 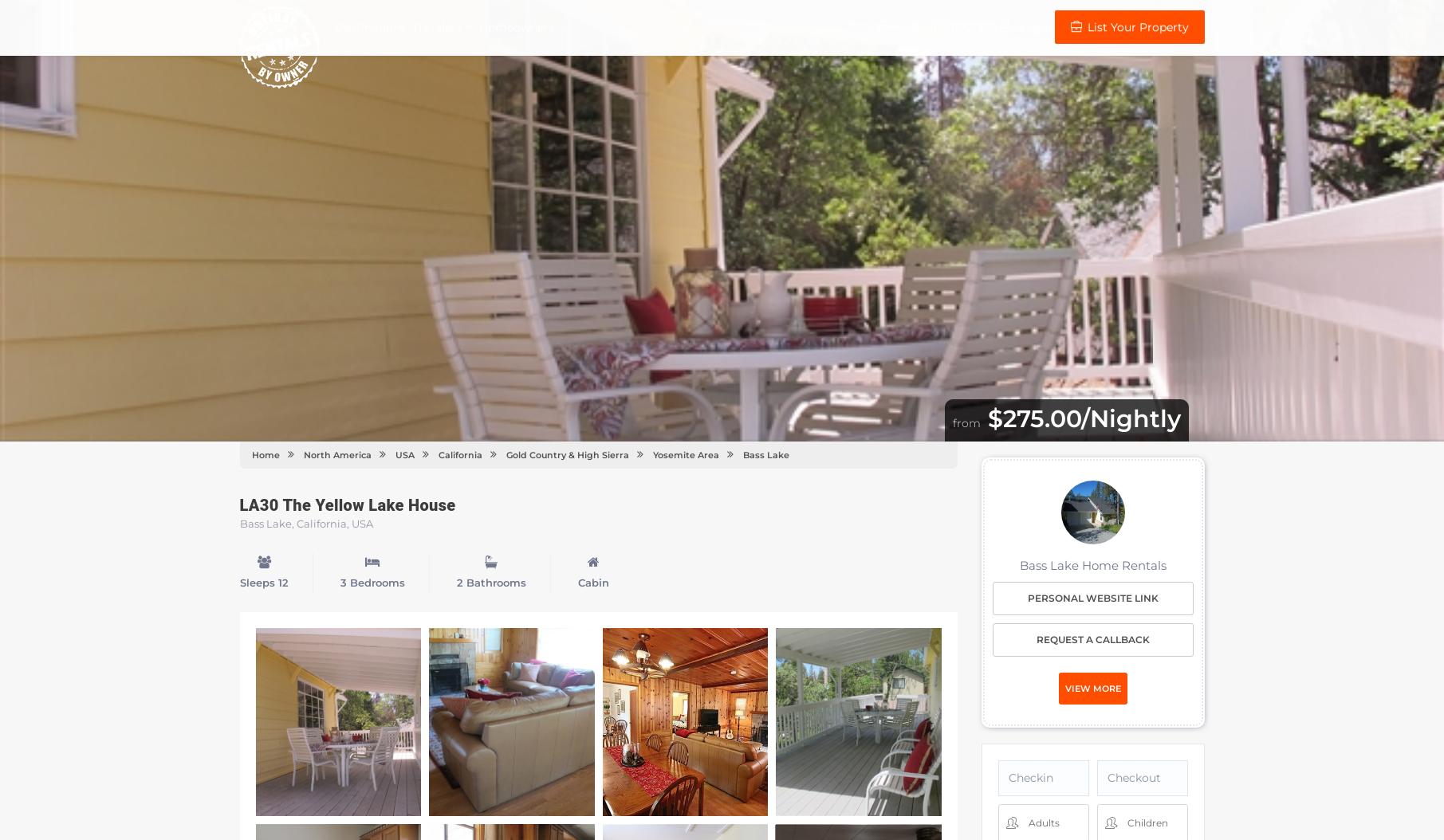 What do you see at coordinates (490, 581) in the screenshot?
I see `'2 Bathrooms'` at bounding box center [490, 581].